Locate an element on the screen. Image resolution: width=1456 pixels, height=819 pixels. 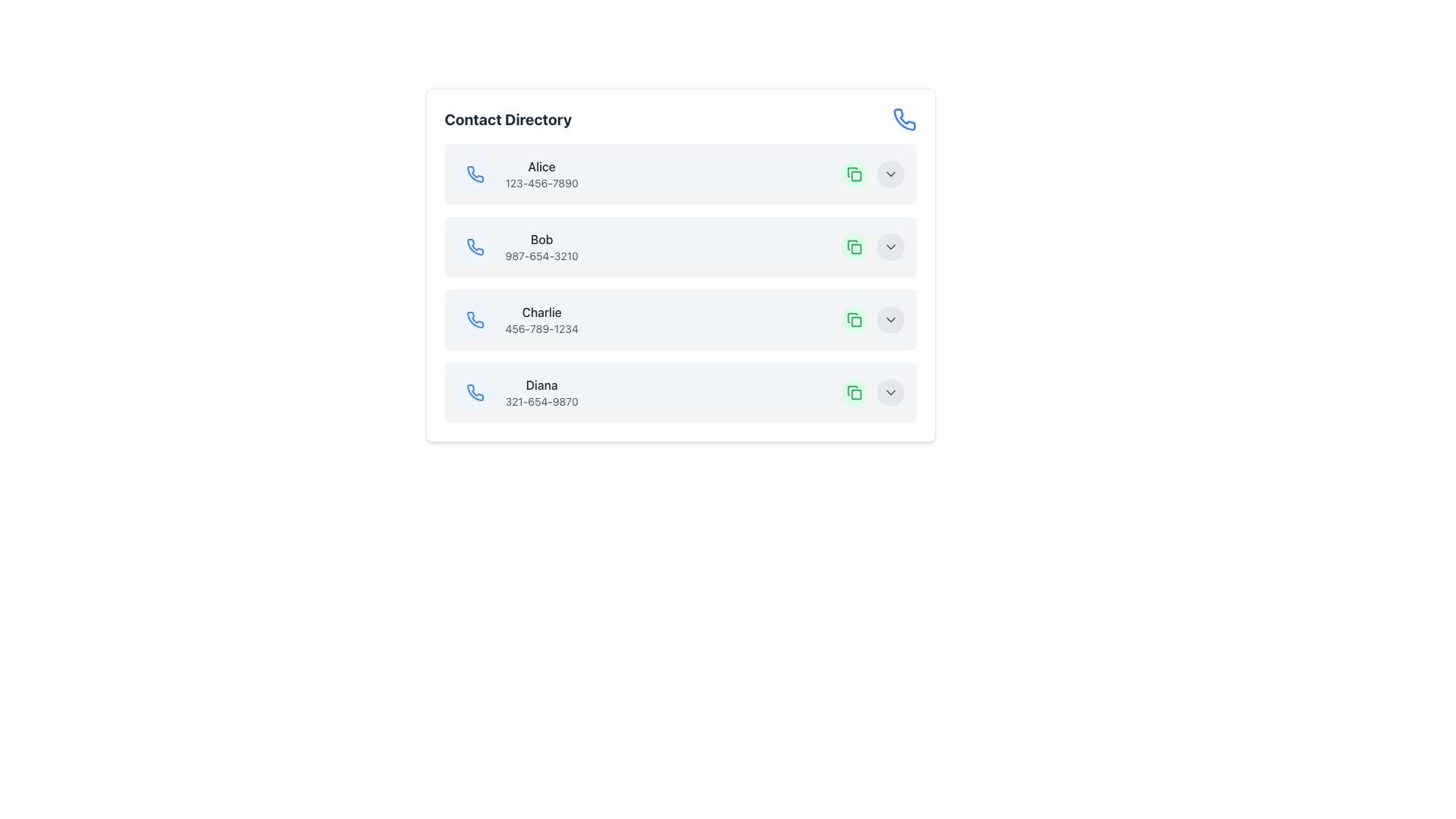
an entry in the contact list is located at coordinates (679, 265).